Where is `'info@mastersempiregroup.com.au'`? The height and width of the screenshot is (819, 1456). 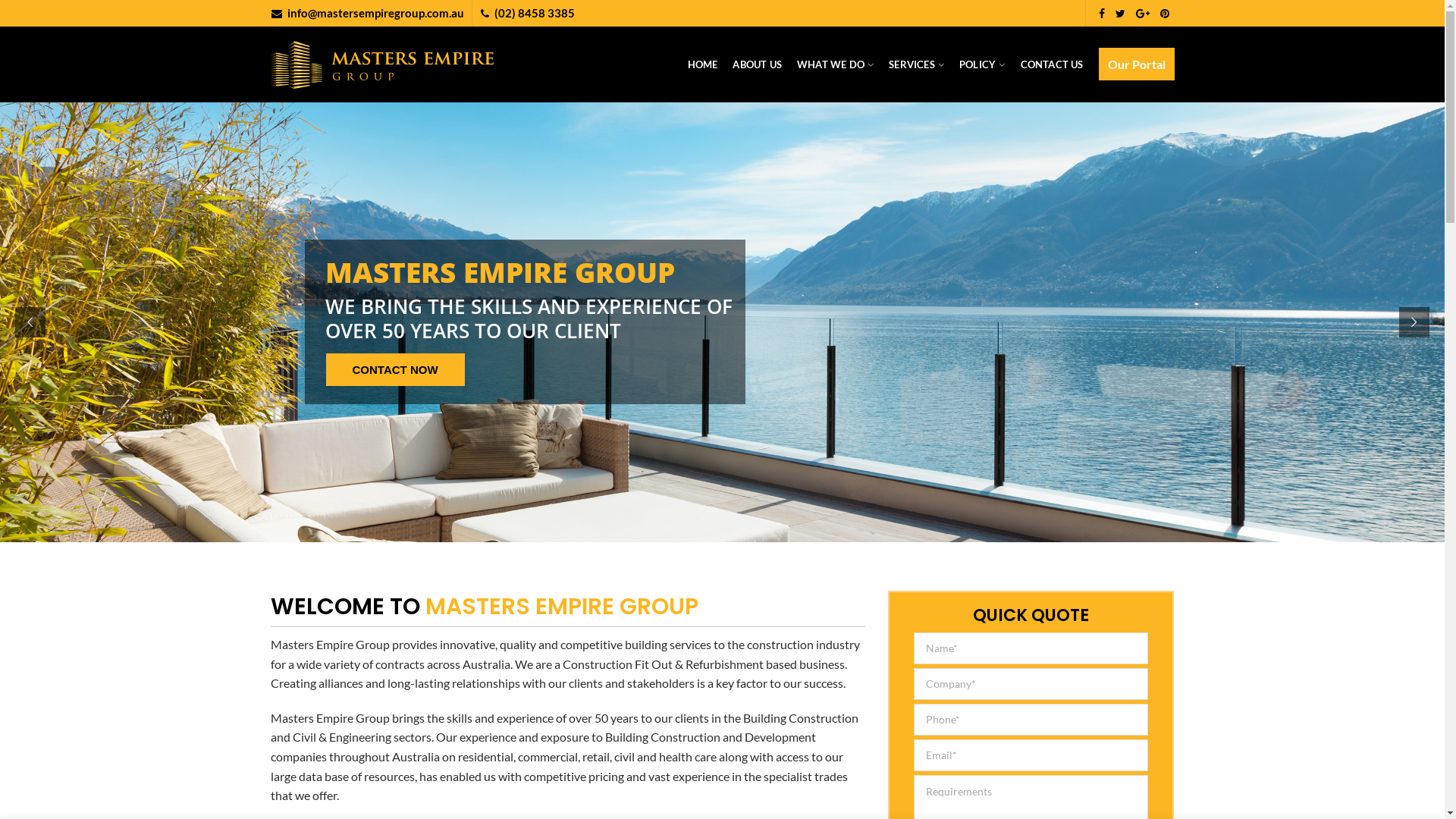 'info@mastersempiregroup.com.au' is located at coordinates (375, 12).